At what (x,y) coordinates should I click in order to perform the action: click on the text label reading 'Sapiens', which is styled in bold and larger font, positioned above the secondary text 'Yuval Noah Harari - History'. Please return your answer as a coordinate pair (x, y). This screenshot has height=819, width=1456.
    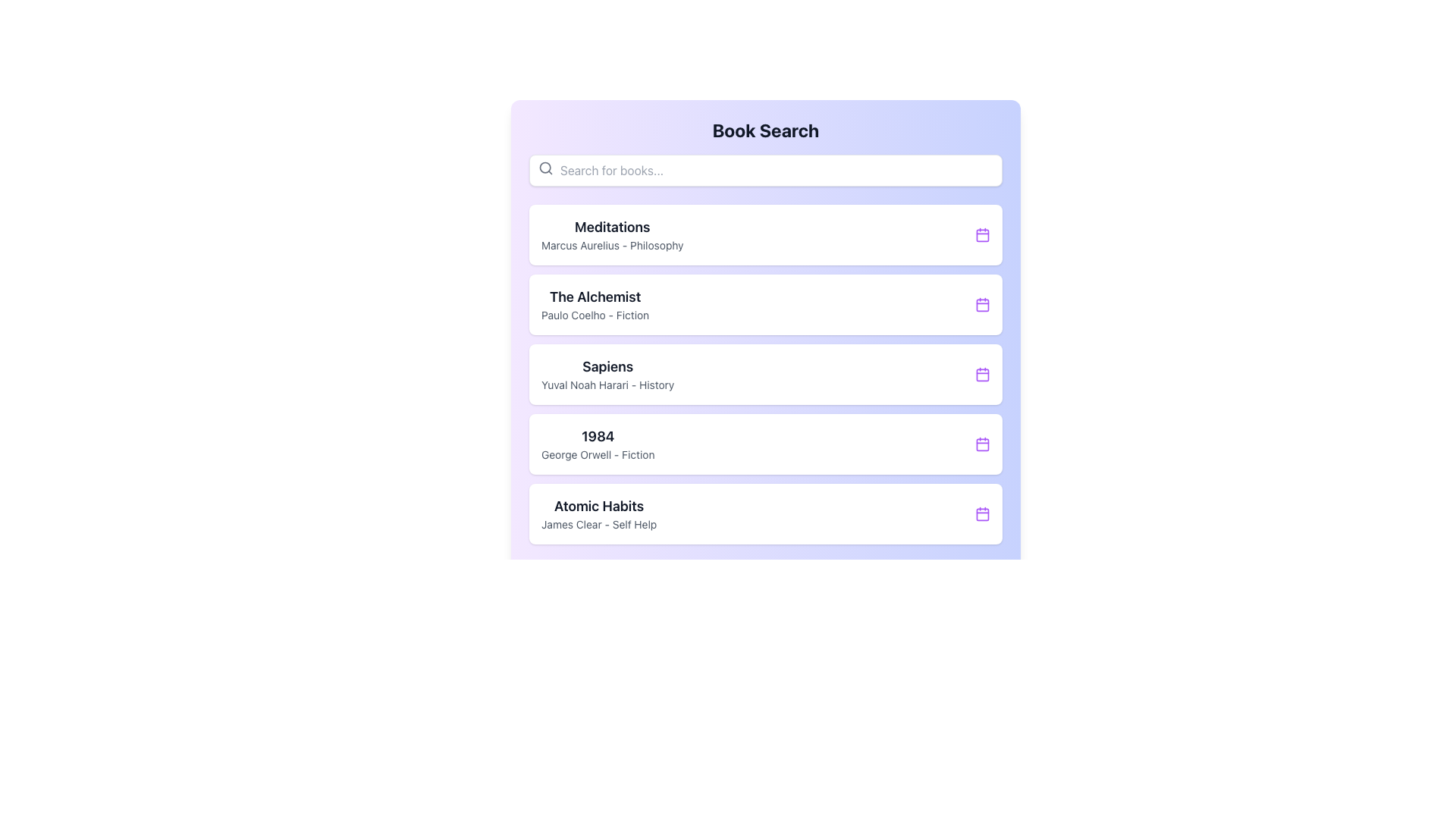
    Looking at the image, I should click on (607, 366).